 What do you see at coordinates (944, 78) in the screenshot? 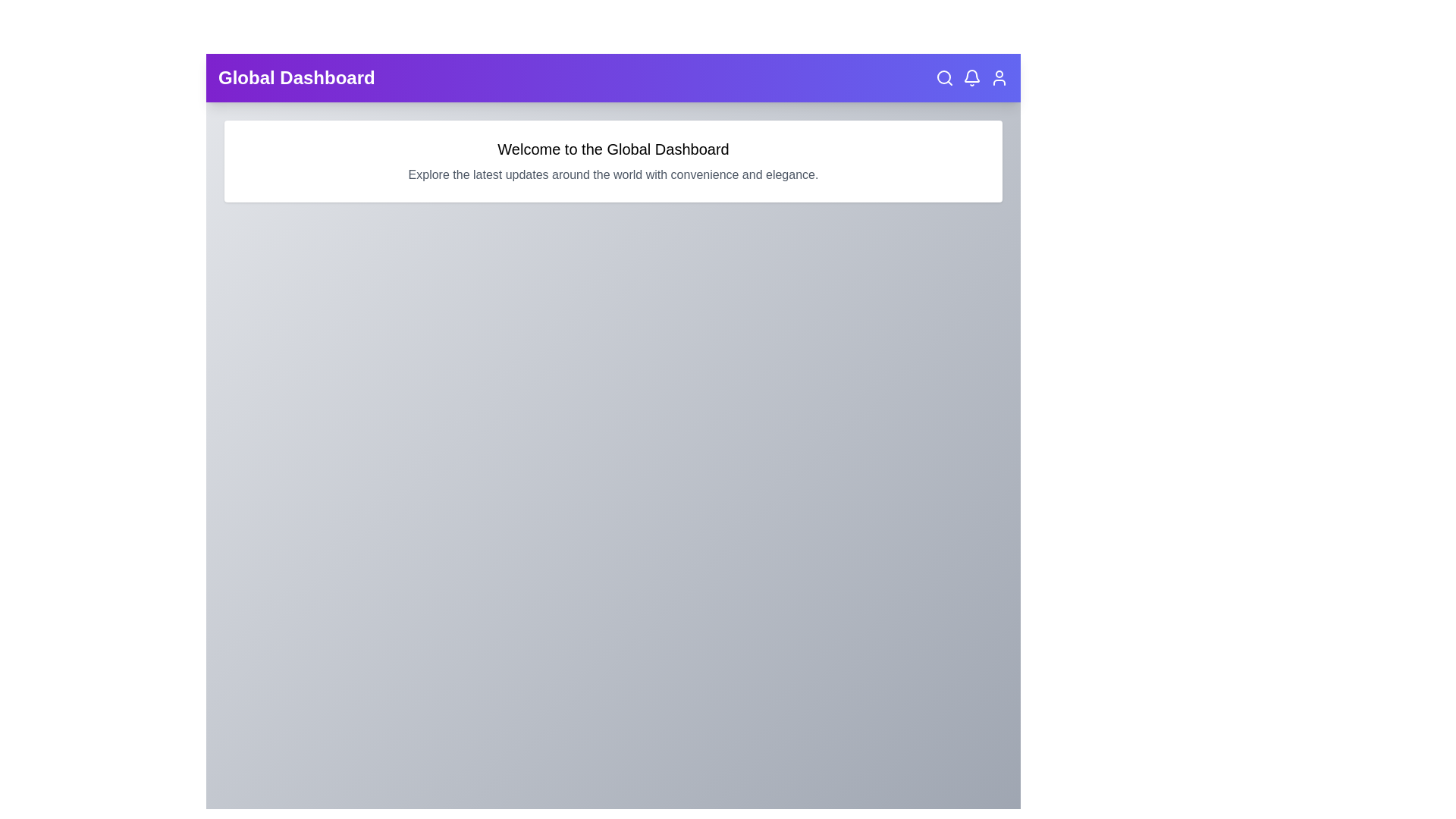
I see `the search icon in the top right corner of the EnhancedAppBar` at bounding box center [944, 78].